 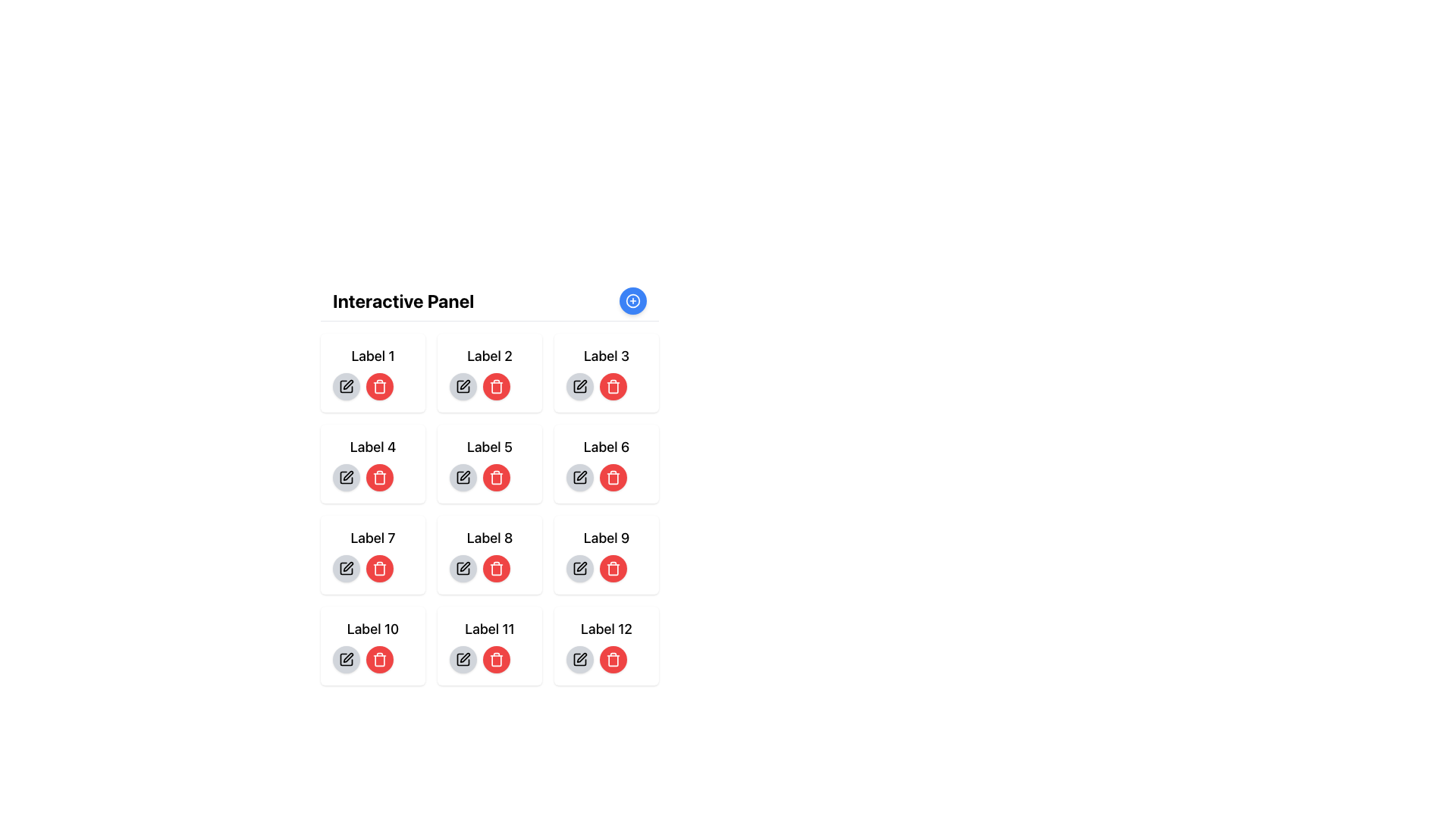 I want to click on the pen icon within the gray circular button in the grid's 9th position of the 'Interactive Panel' interface to potentially see a tooltip or hover effect, so click(x=579, y=568).